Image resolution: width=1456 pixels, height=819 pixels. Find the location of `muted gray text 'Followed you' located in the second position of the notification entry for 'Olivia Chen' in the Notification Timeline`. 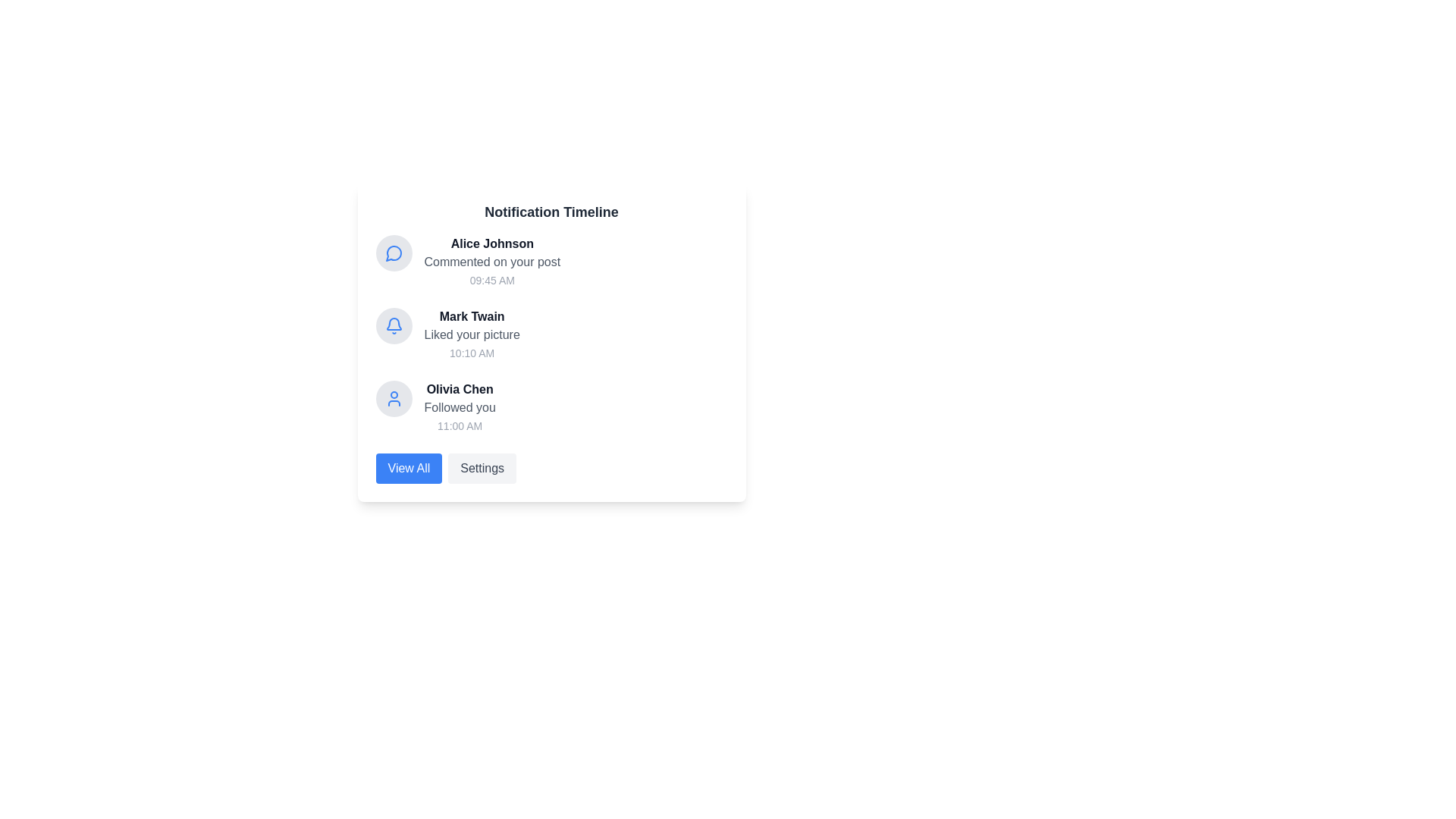

muted gray text 'Followed you' located in the second position of the notification entry for 'Olivia Chen' in the Notification Timeline is located at coordinates (459, 406).